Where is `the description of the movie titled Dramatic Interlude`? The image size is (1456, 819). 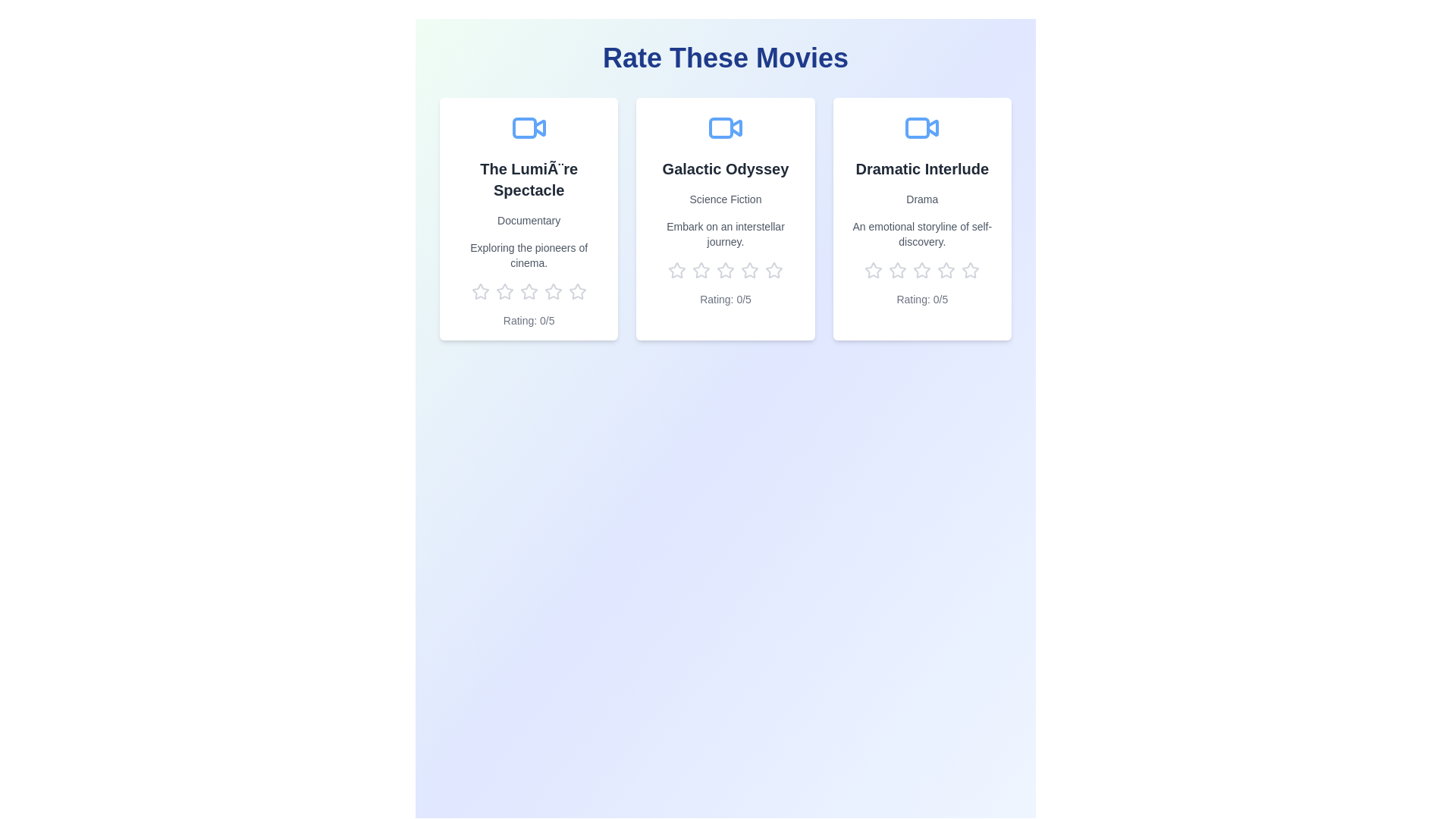
the description of the movie titled Dramatic Interlude is located at coordinates (921, 234).